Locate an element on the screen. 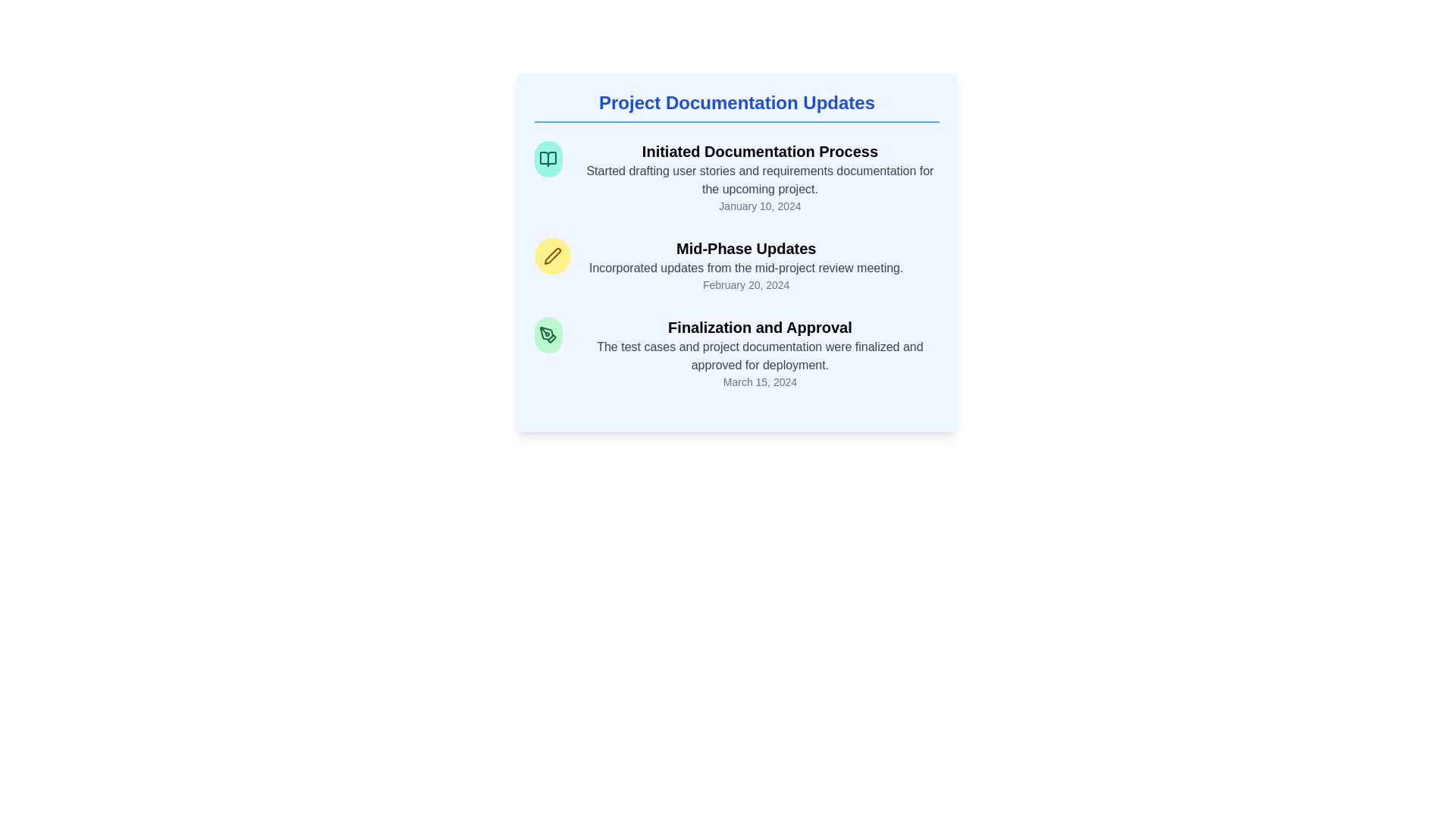 The image size is (1456, 819). textual block titled 'Mid-Phase Updates' which contains a description and a date, positioned centrally within the second item of a card is located at coordinates (746, 265).